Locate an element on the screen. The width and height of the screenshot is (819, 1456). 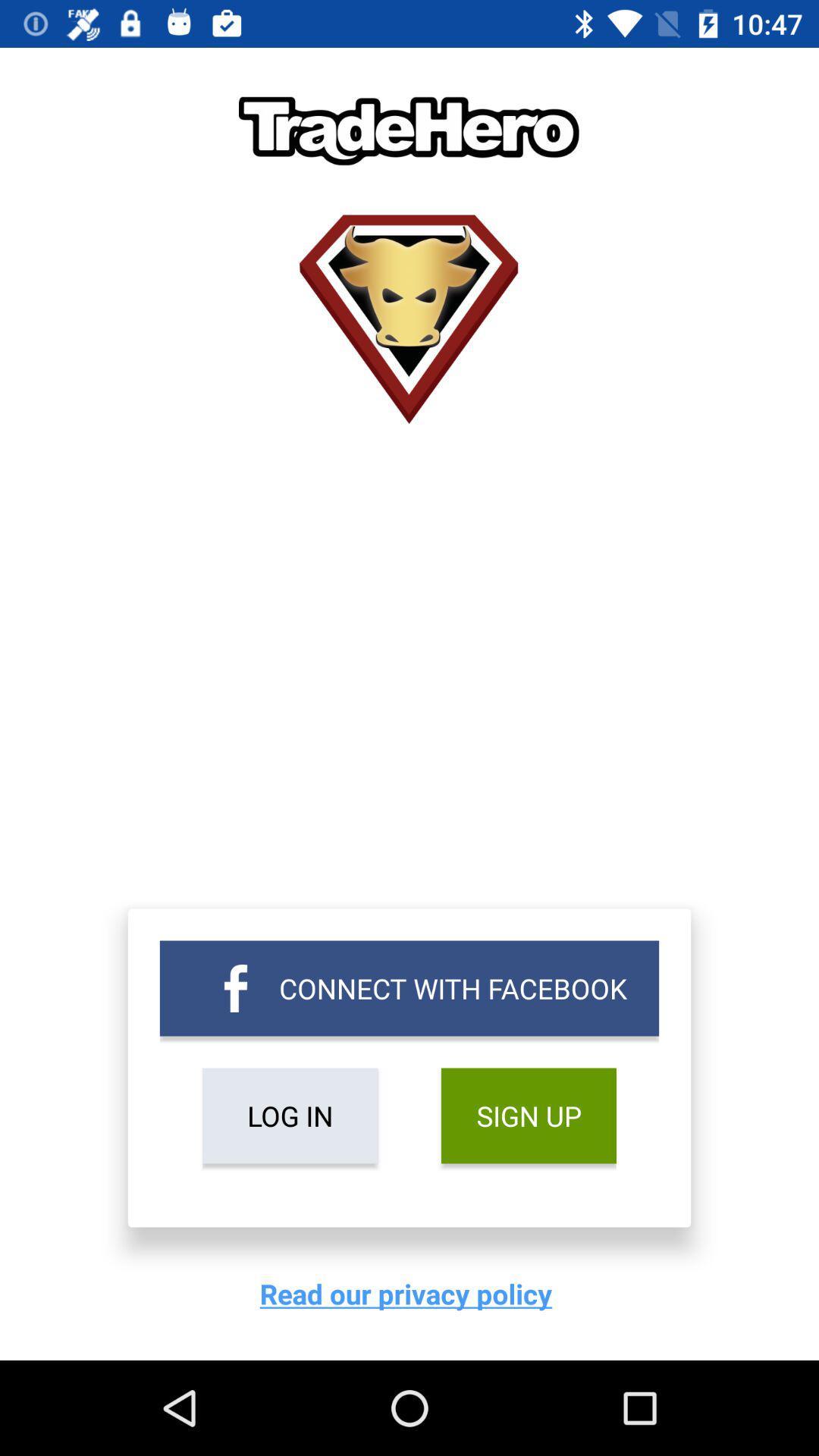
the item above read our privacy item is located at coordinates (290, 1116).